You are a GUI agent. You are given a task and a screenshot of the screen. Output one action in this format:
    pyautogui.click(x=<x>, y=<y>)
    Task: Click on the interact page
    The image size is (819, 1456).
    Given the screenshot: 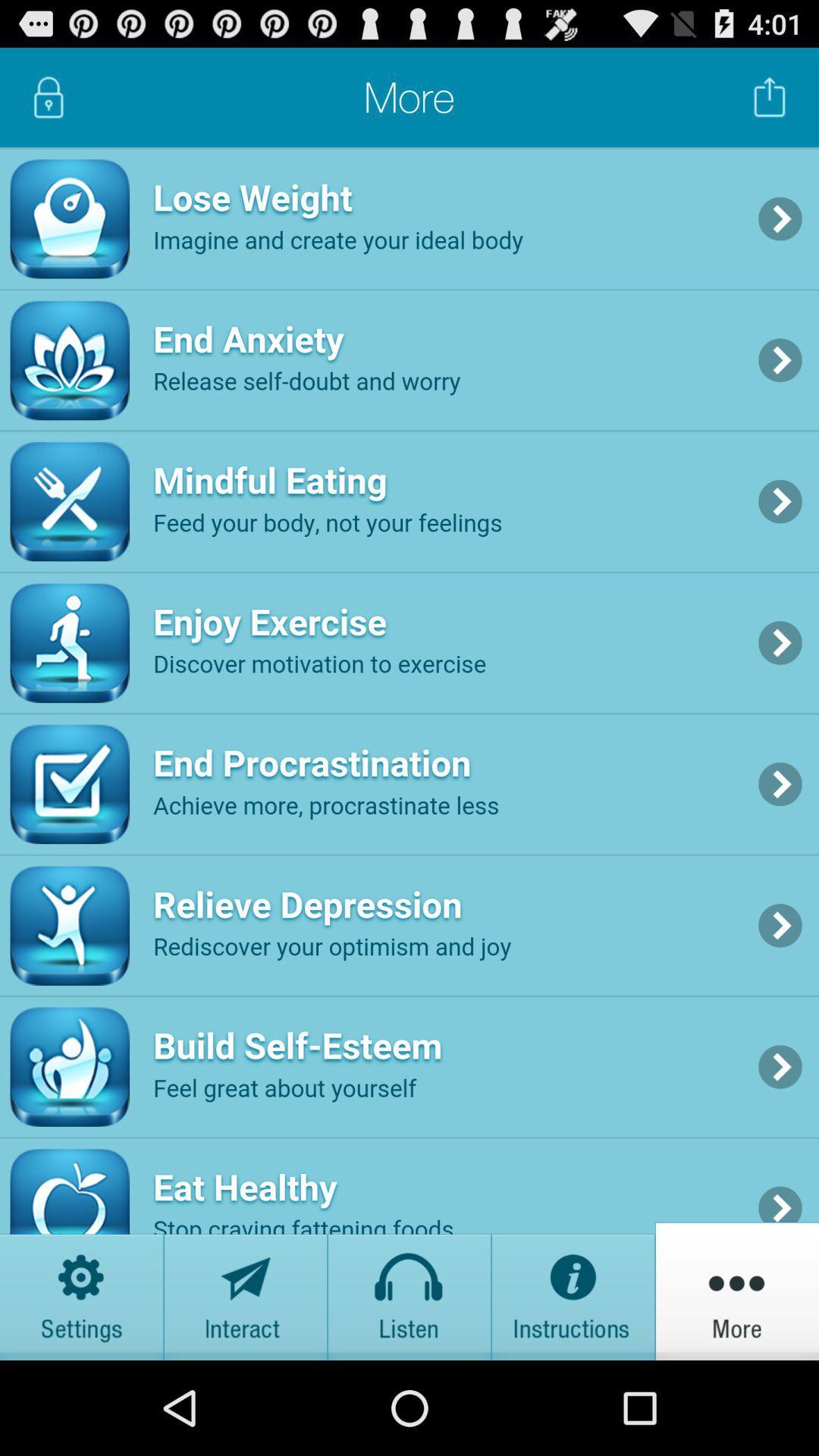 What is the action you would take?
    pyautogui.click(x=245, y=1290)
    